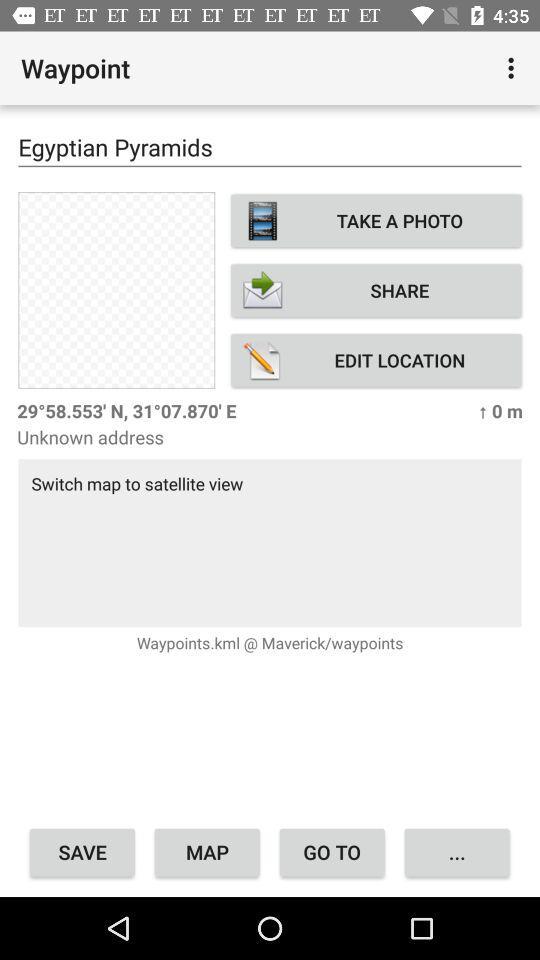 This screenshot has width=540, height=960. I want to click on icon to the right of the go to, so click(457, 851).